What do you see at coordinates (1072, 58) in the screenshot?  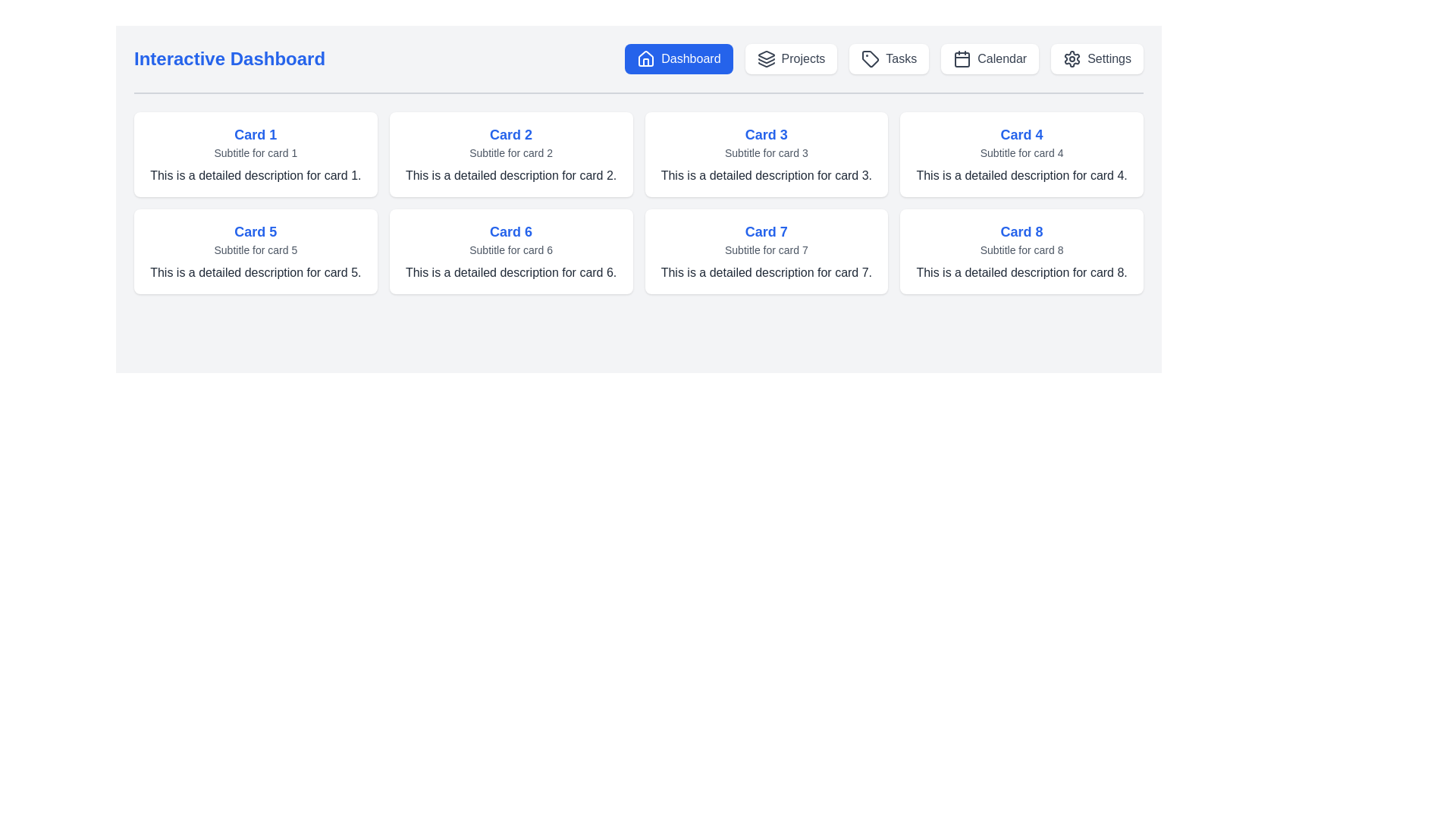 I see `the gear icon within the 'Settings' button, located in the top-right section of the interface, which features a circular design with external teeth and is styled with a minimalist line representation` at bounding box center [1072, 58].